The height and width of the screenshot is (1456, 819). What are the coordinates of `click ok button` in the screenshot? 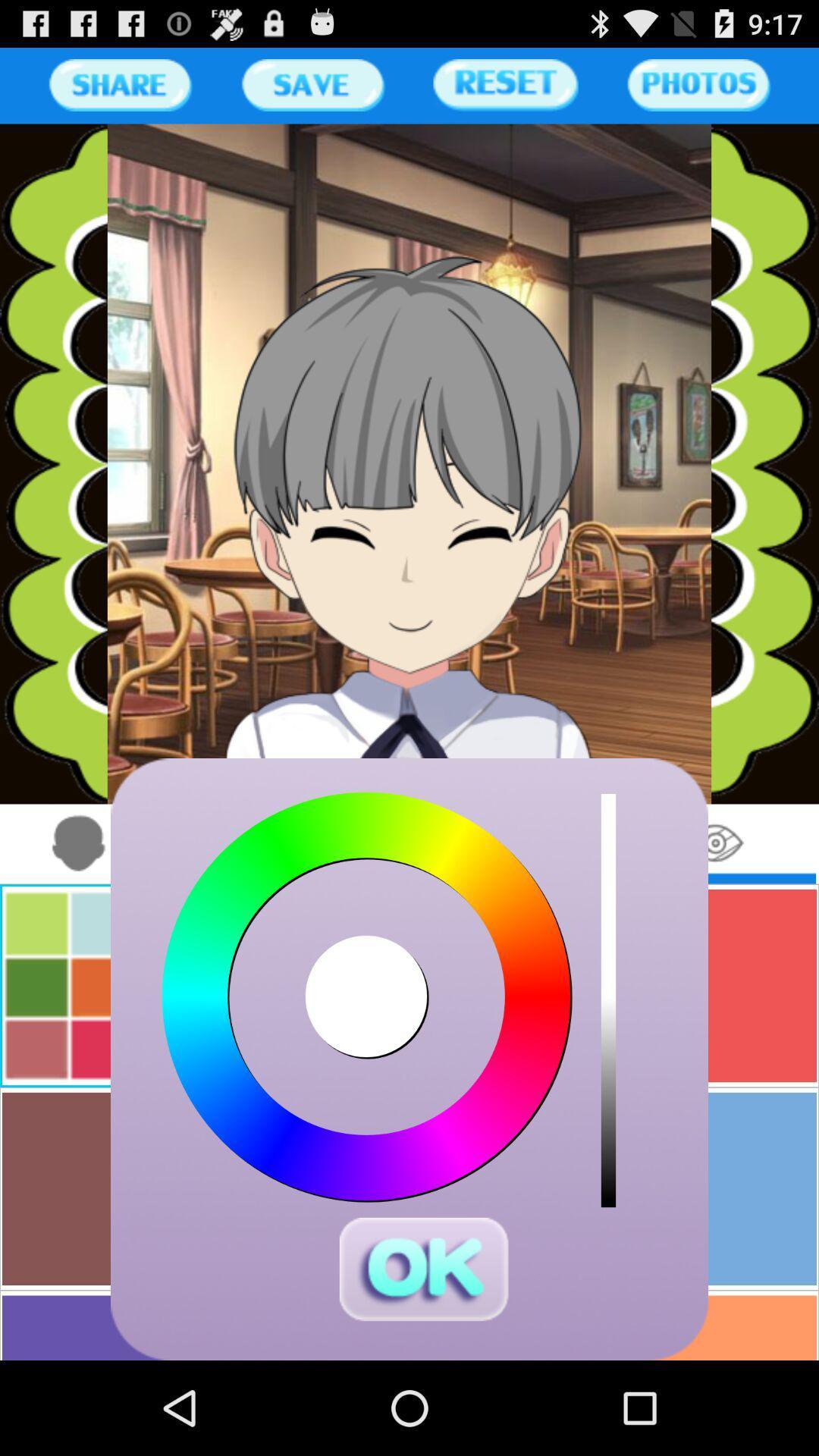 It's located at (424, 1269).